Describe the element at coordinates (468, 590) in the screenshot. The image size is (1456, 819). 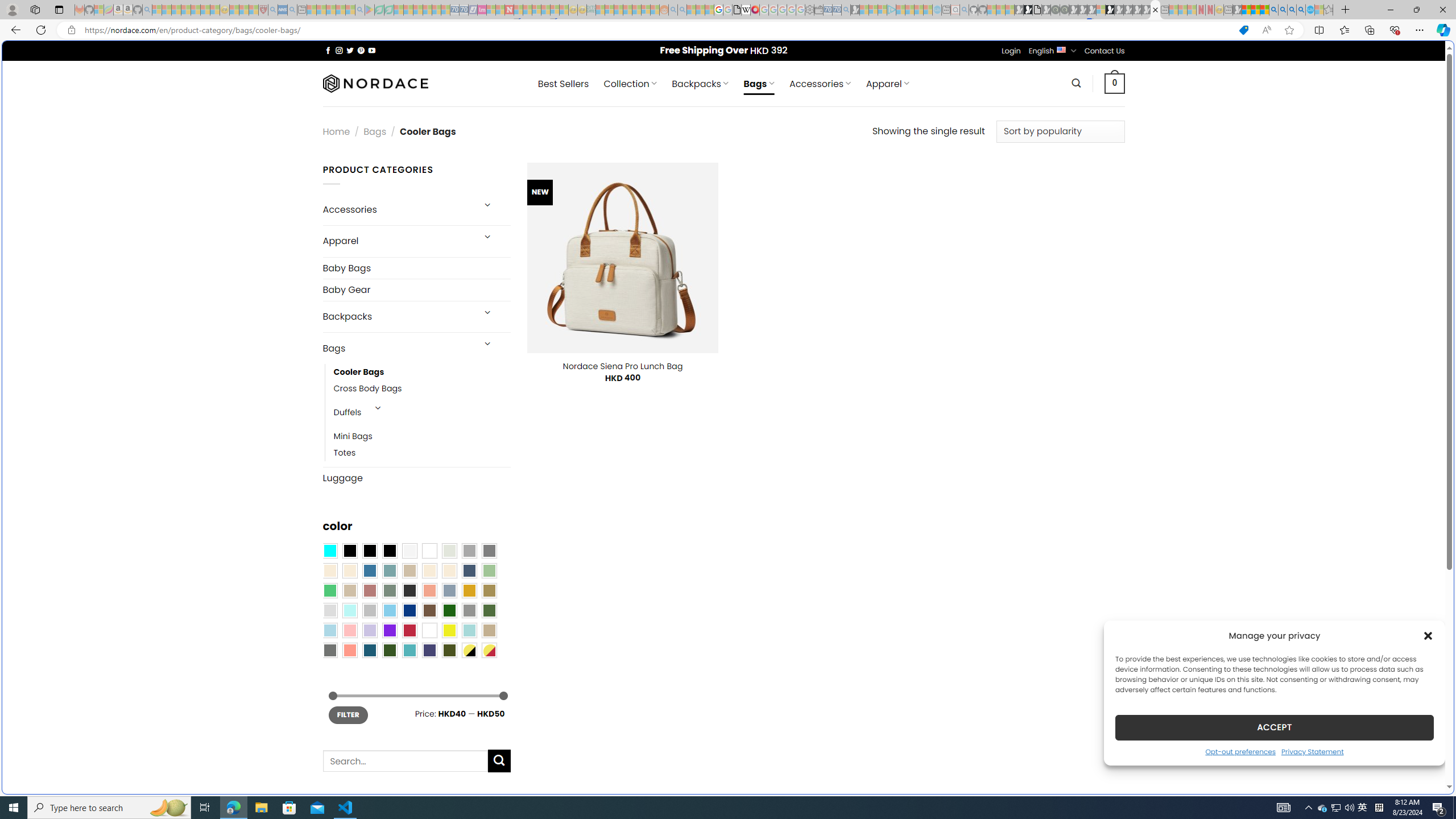
I see `'Gold'` at that location.